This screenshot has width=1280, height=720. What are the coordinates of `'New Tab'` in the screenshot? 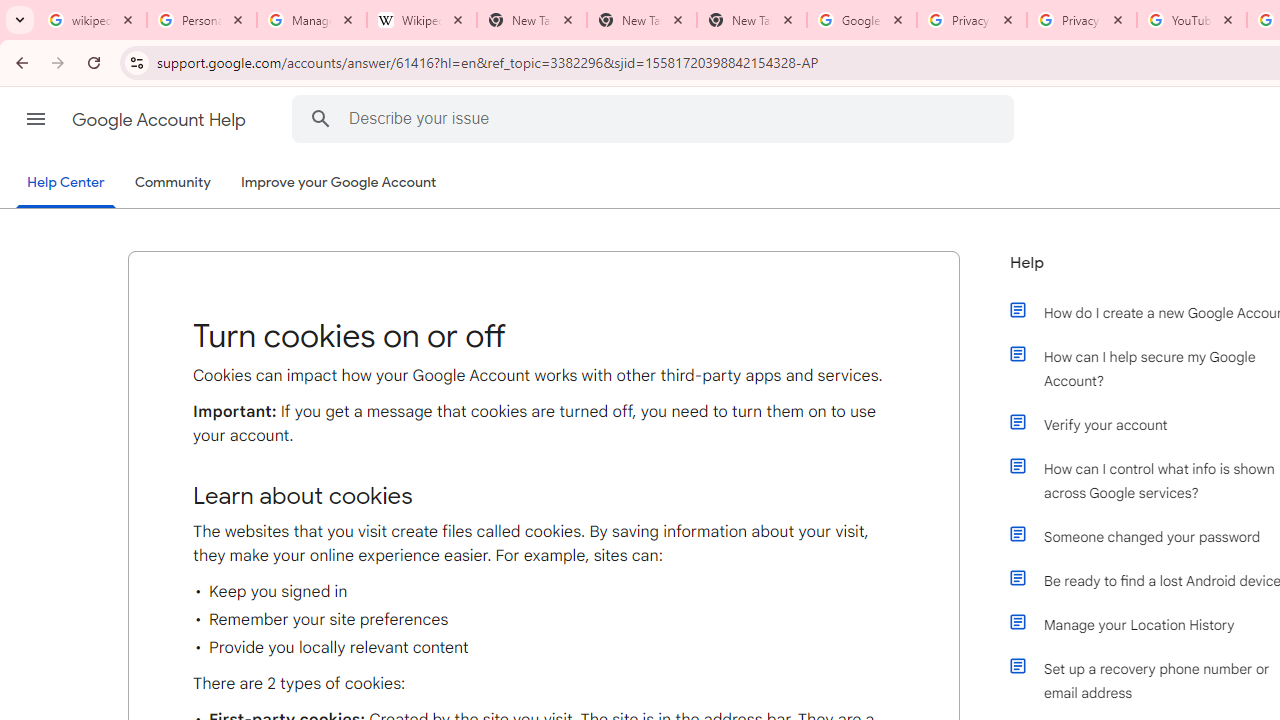 It's located at (751, 20).